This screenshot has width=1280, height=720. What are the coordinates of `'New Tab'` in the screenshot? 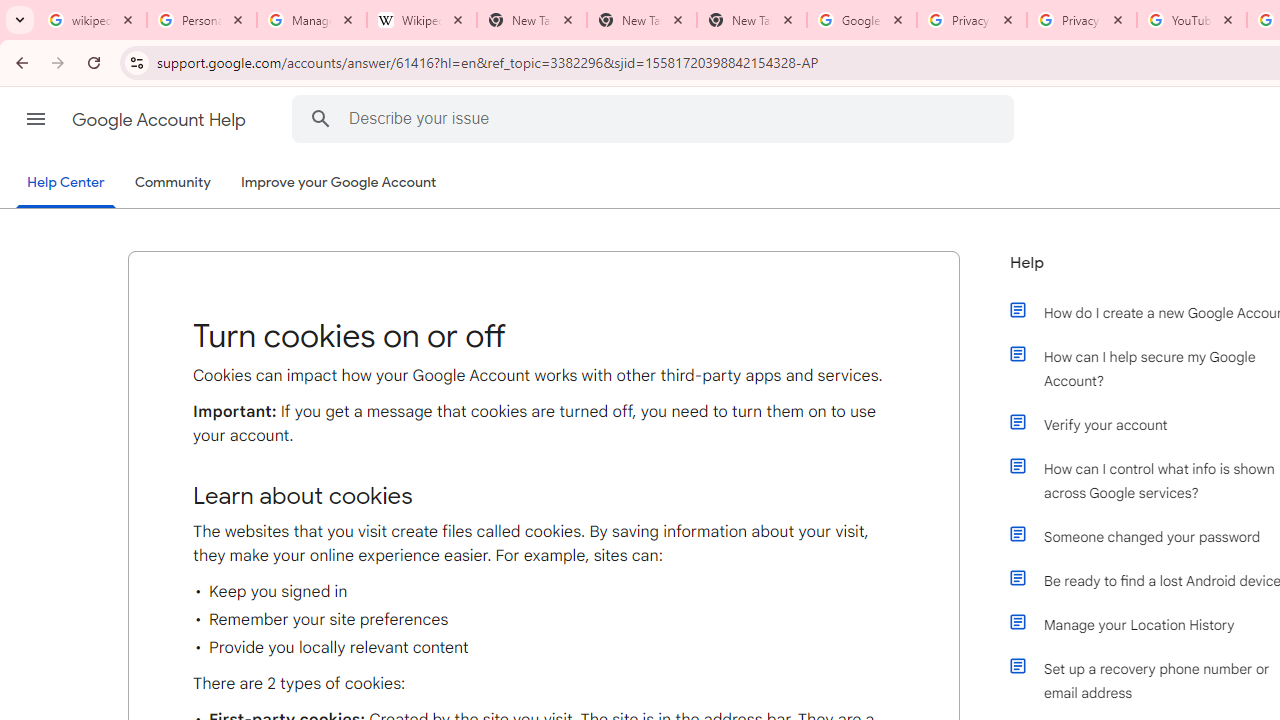 It's located at (751, 20).